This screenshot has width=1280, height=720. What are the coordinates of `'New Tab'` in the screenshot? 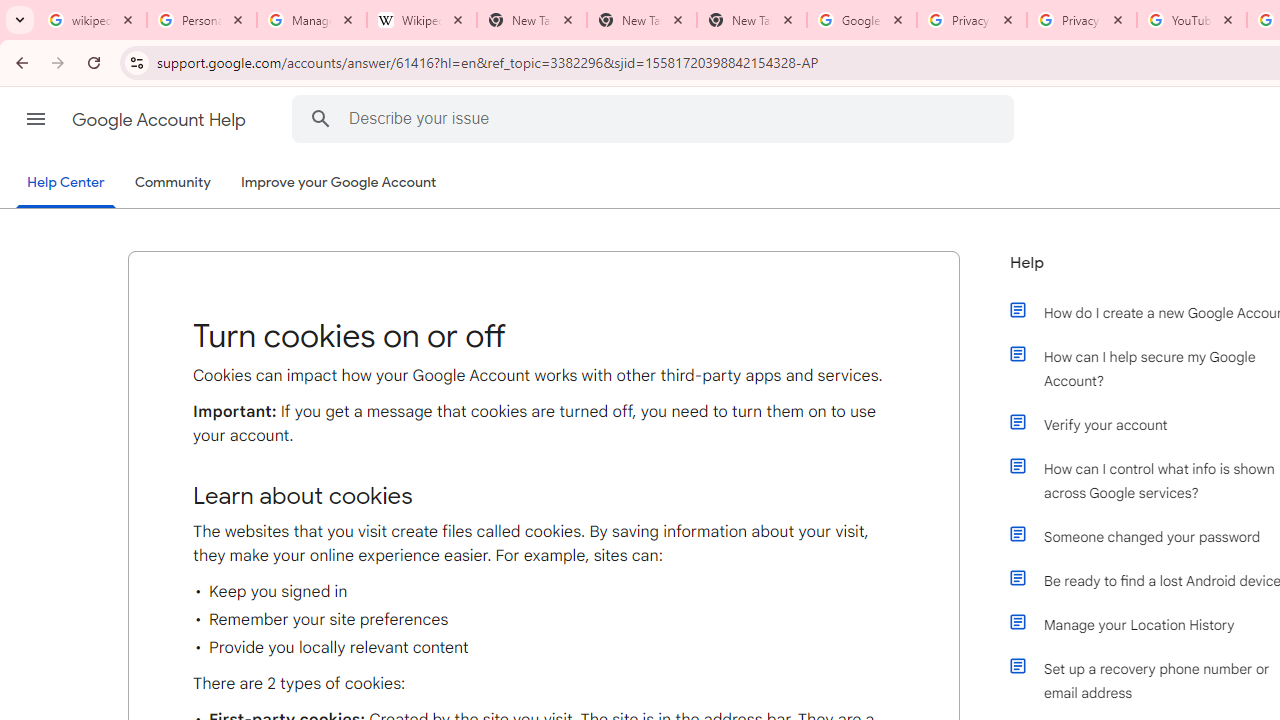 It's located at (751, 20).